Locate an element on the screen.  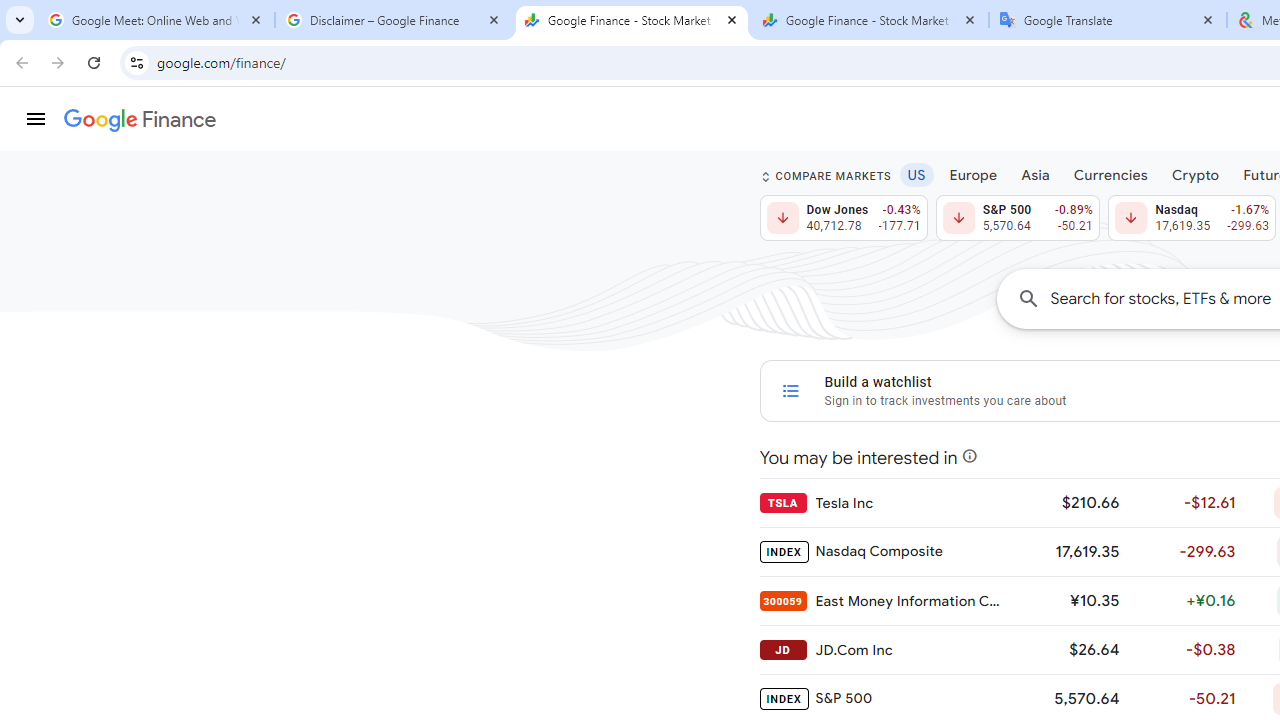
'Nasdaq 17,619.35 Down by 1.67% -299.63' is located at coordinates (1192, 218).